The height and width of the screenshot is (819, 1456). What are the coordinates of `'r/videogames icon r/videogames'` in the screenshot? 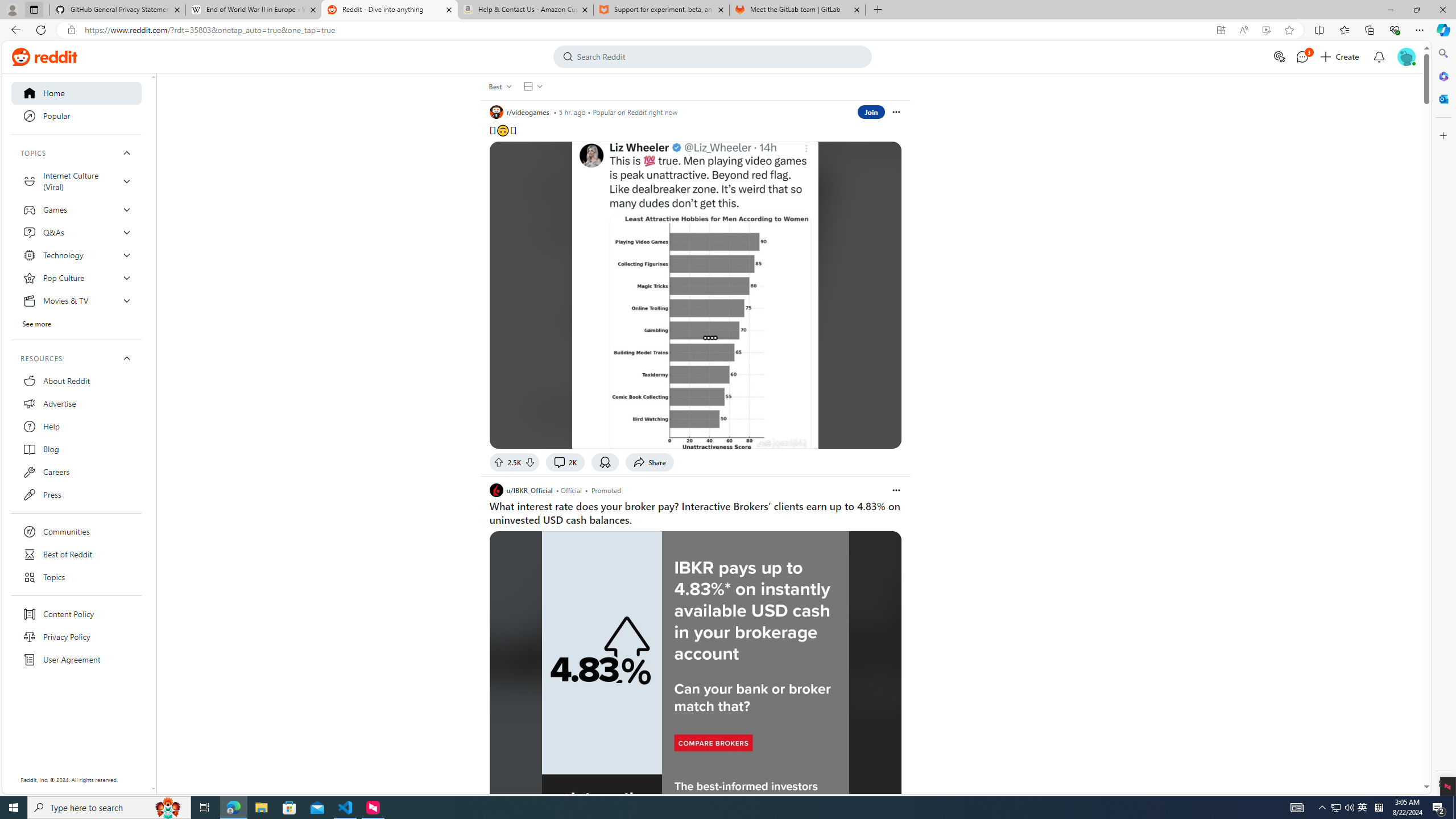 It's located at (519, 111).